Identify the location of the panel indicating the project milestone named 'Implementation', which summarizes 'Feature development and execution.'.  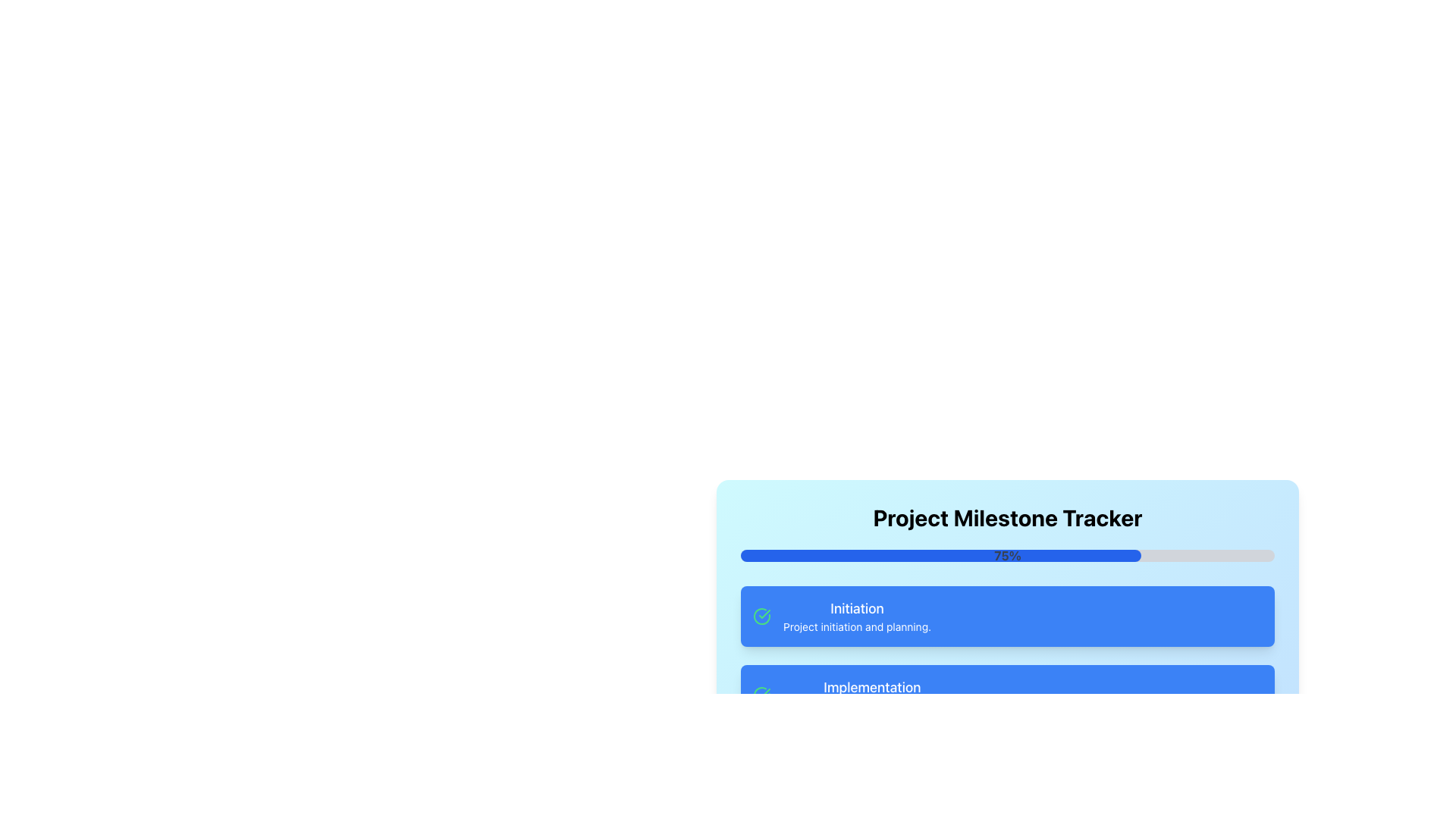
(1008, 695).